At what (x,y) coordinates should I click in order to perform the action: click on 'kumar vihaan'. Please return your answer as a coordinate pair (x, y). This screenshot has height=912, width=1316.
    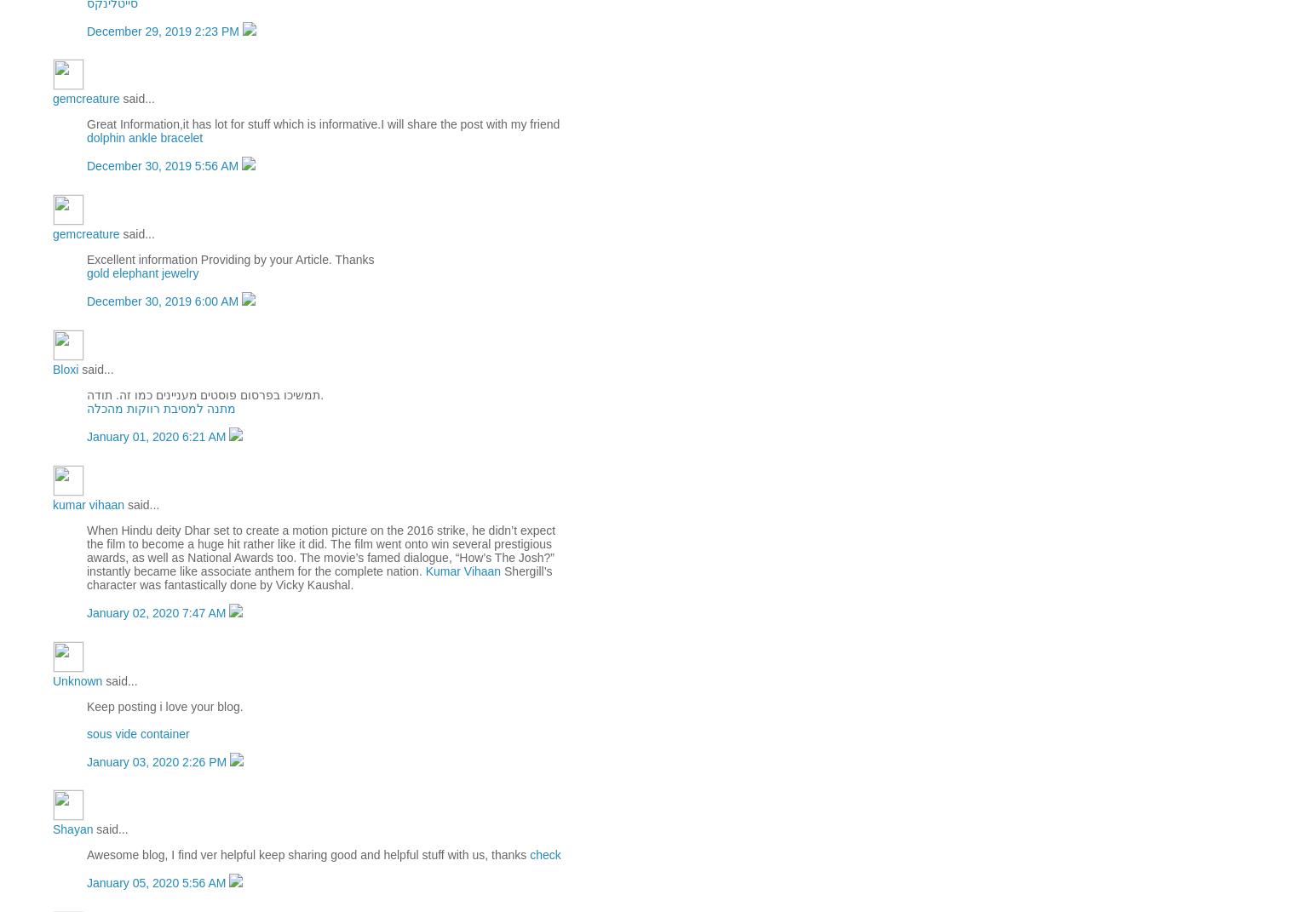
    Looking at the image, I should click on (87, 504).